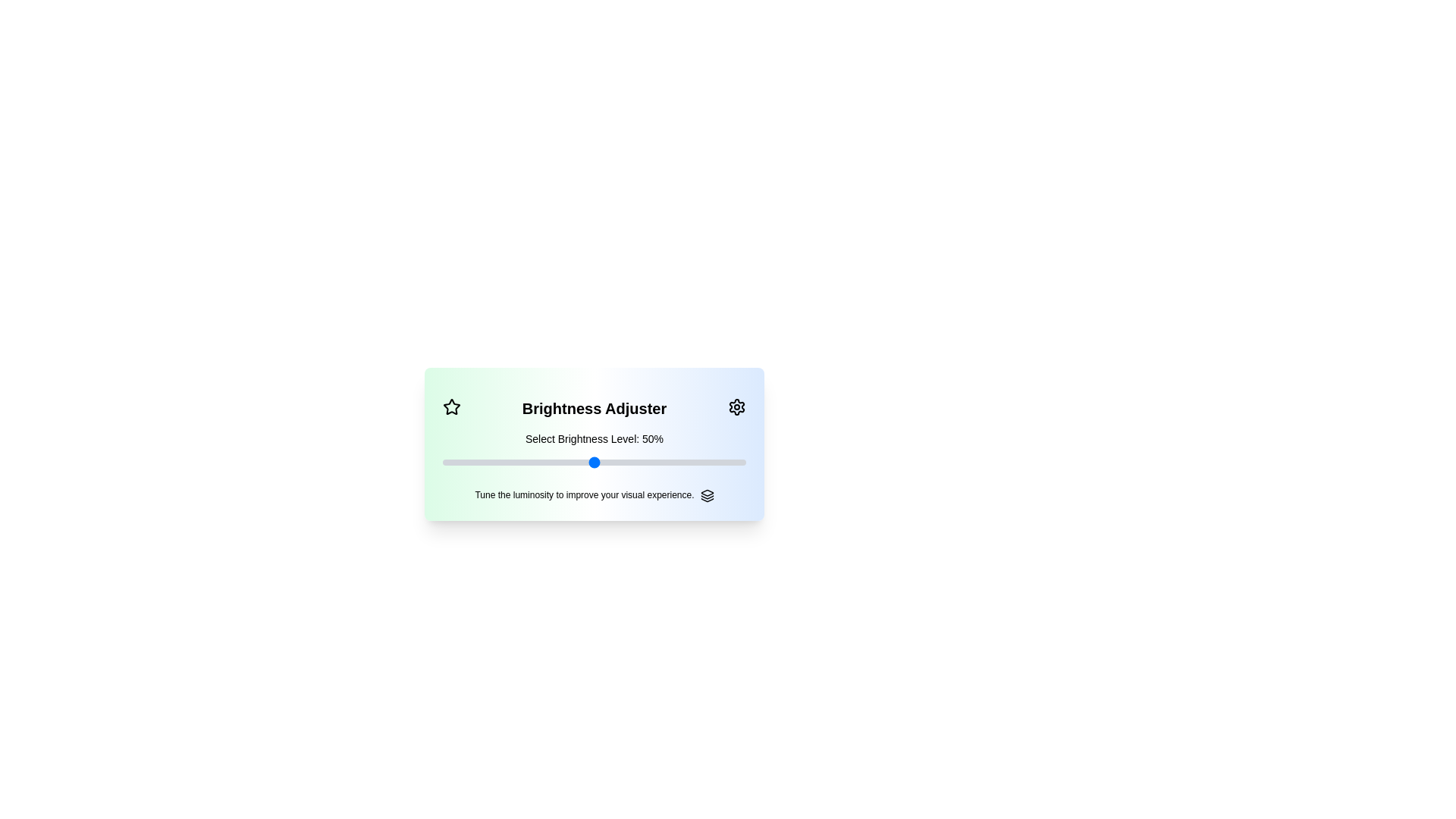 This screenshot has height=819, width=1456. I want to click on the slider to set brightness to 88%, so click(442, 461).